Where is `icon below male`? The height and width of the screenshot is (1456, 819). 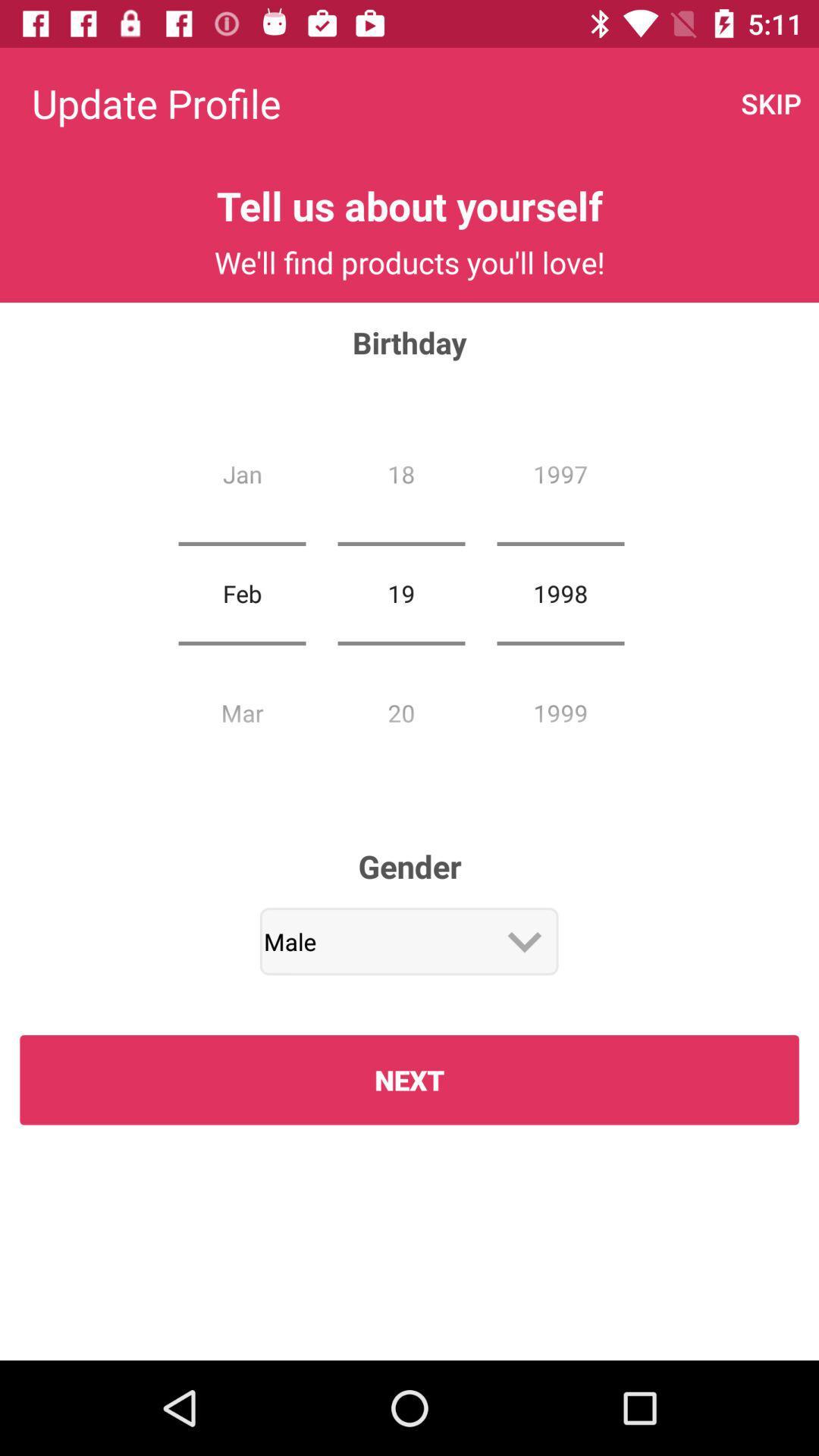
icon below male is located at coordinates (409, 1079).